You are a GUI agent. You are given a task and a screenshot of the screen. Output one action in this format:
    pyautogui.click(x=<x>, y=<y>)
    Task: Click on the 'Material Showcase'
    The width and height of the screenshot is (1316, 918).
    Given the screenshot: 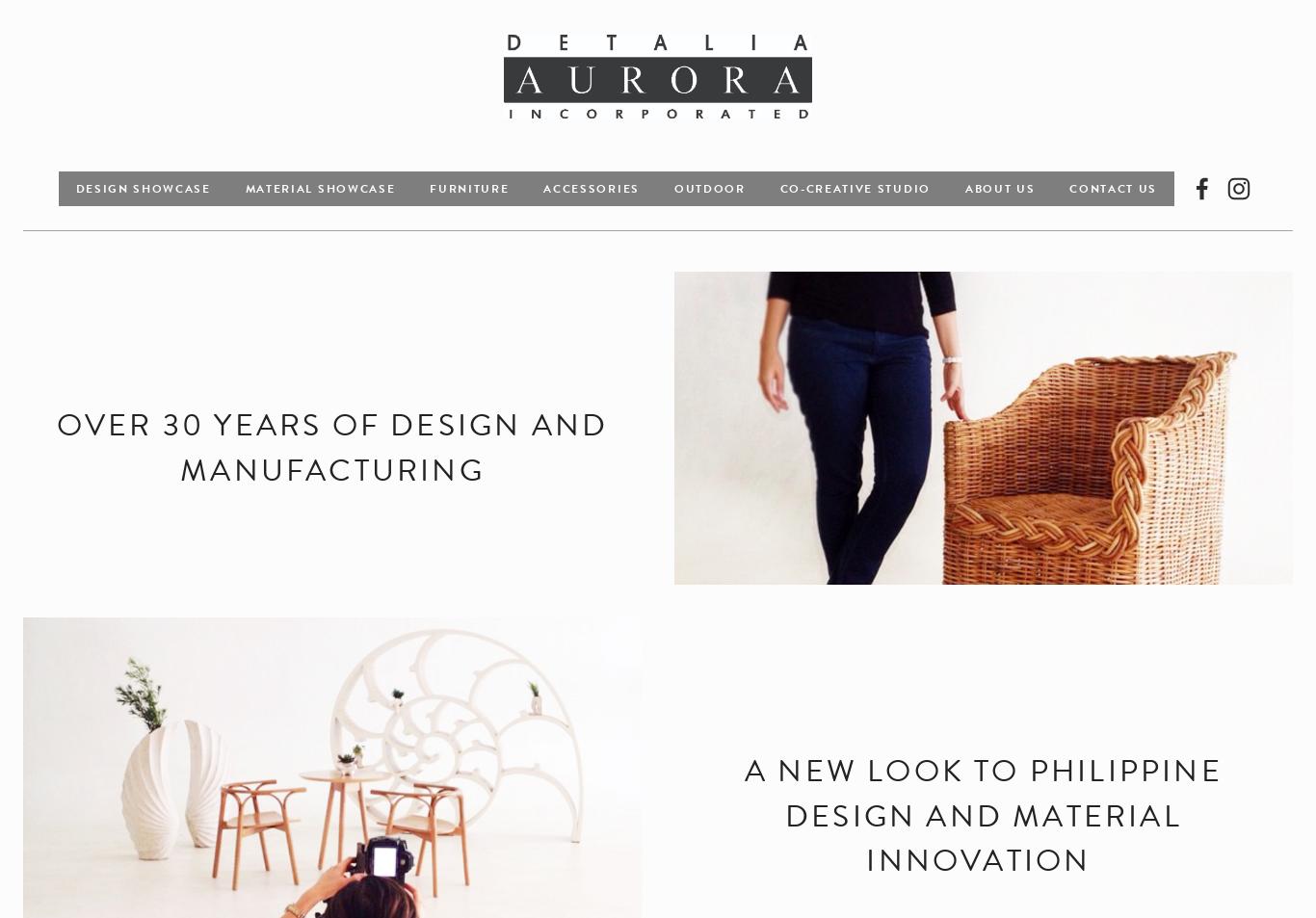 What is the action you would take?
    pyautogui.click(x=319, y=186)
    